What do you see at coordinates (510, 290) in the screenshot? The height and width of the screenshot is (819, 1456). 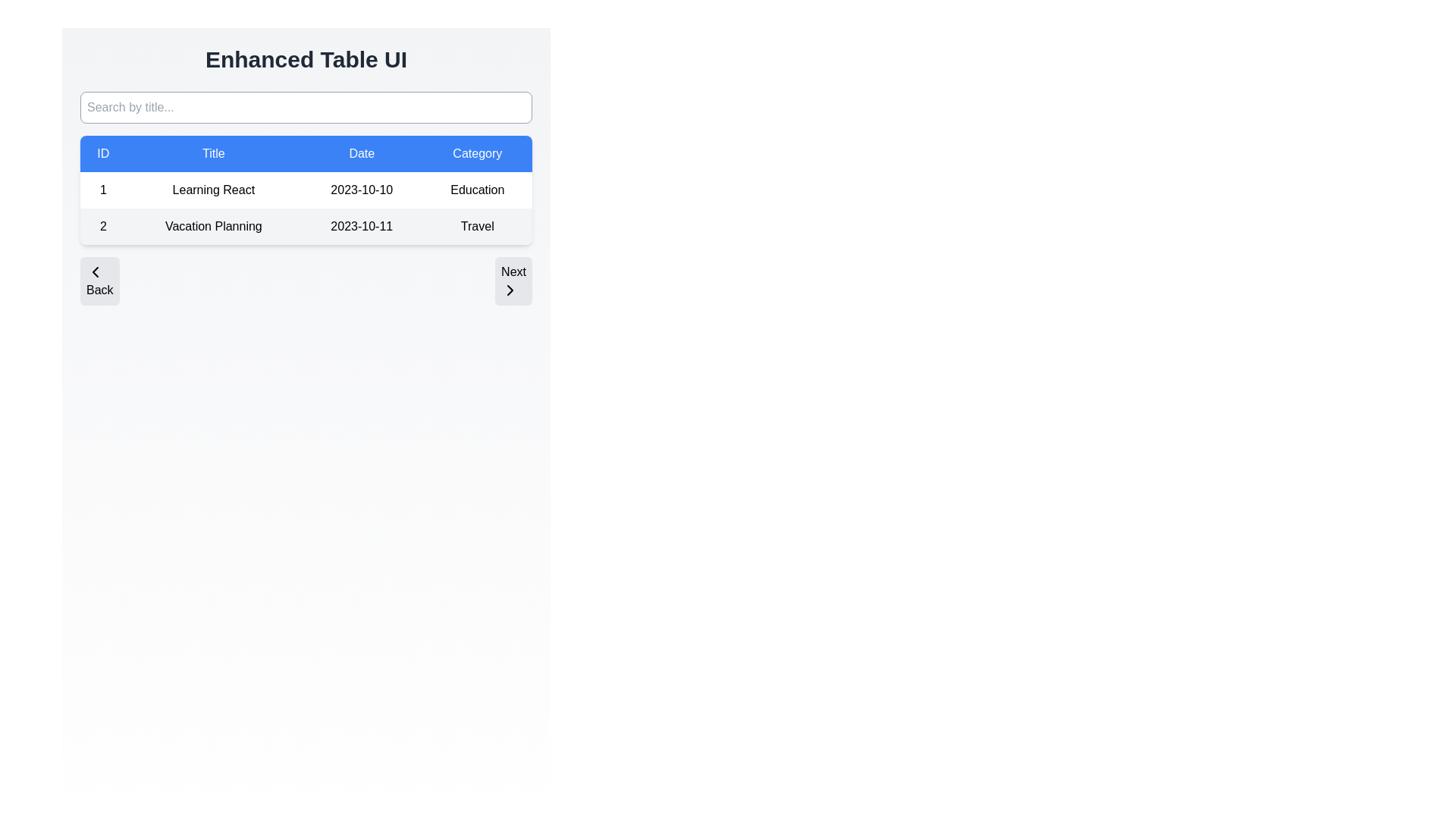 I see `the 'Next' button, which contains a graphic icon for forward navigation, located in the bottom-right section of the interface` at bounding box center [510, 290].